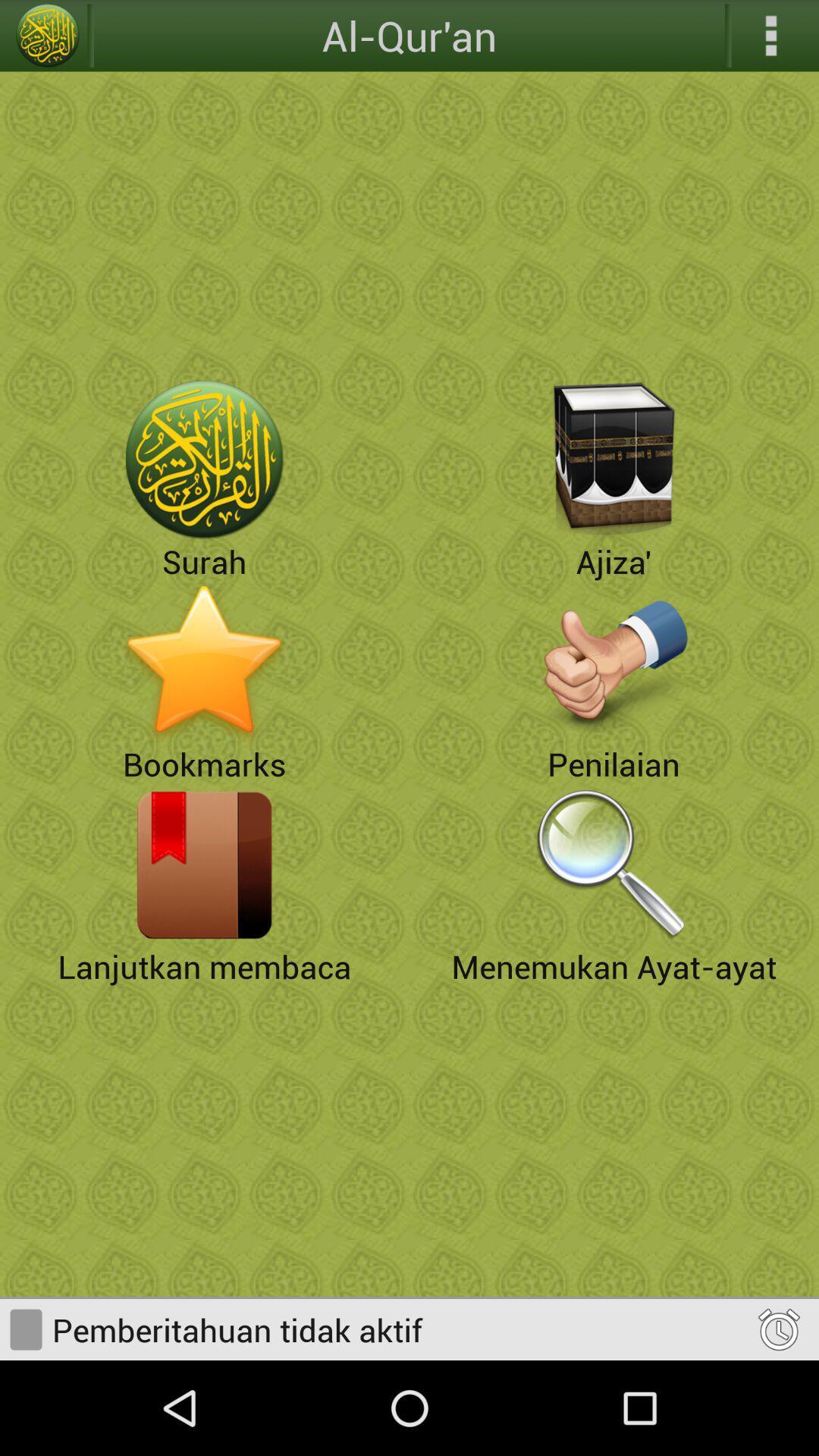 Image resolution: width=819 pixels, height=1456 pixels. I want to click on the star icon, so click(205, 708).